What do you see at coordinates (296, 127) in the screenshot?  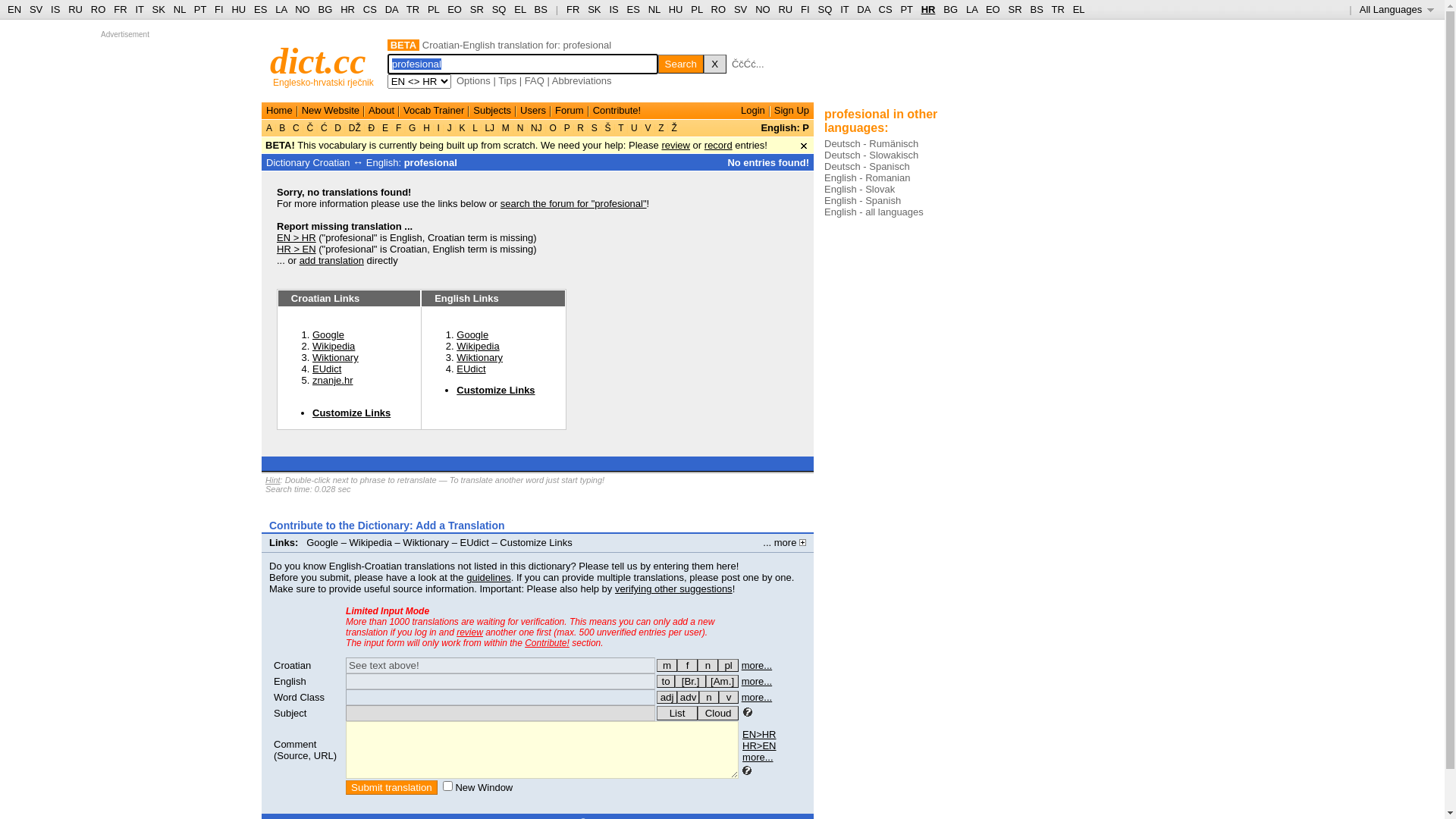 I see `'C'` at bounding box center [296, 127].